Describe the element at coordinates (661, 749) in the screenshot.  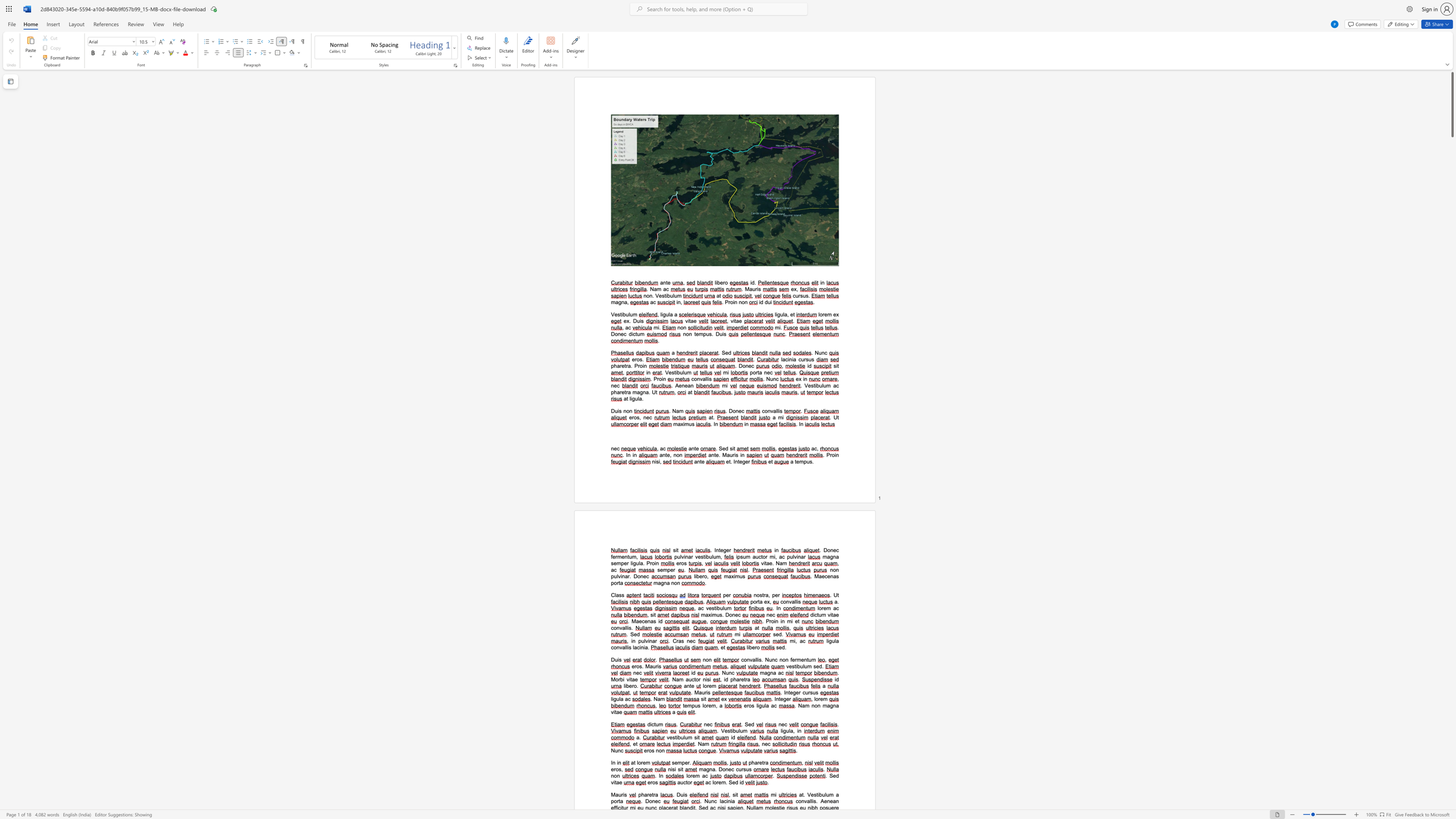
I see `the space between the continuous character "o" and "n" in the text` at that location.